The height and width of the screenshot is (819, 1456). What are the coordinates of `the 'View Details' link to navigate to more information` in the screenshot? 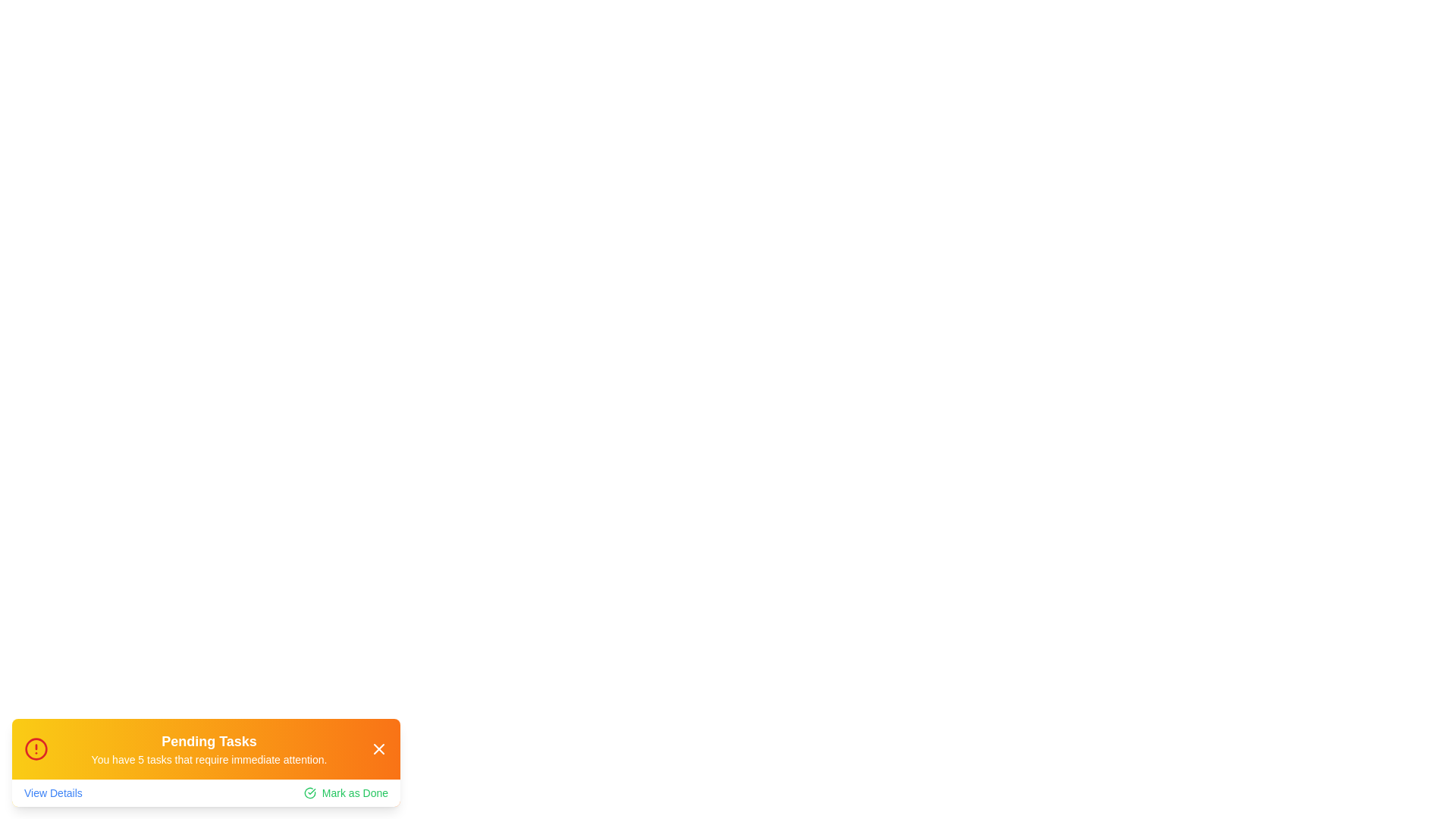 It's located at (53, 792).